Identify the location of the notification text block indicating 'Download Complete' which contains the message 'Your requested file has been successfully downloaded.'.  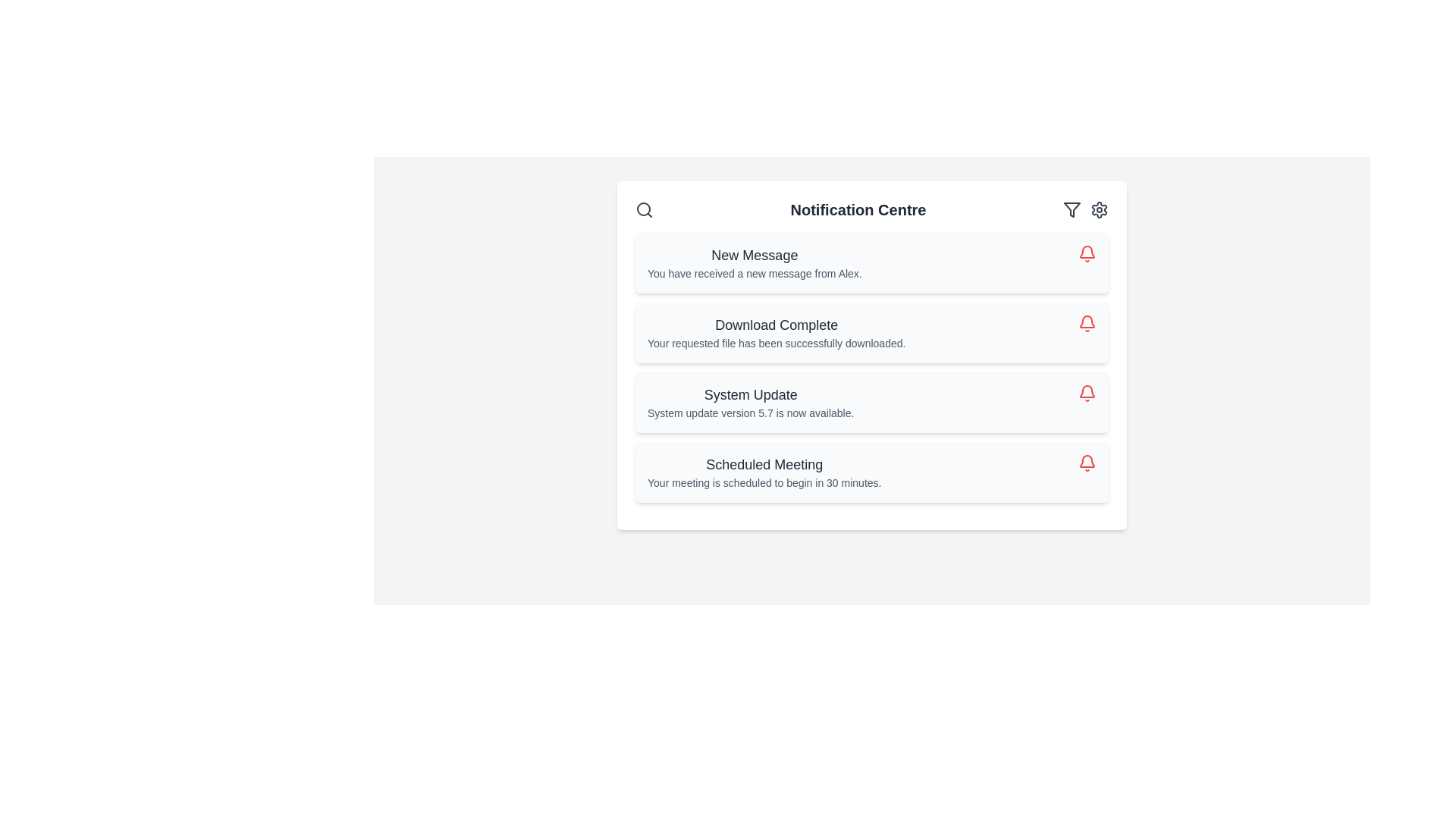
(777, 332).